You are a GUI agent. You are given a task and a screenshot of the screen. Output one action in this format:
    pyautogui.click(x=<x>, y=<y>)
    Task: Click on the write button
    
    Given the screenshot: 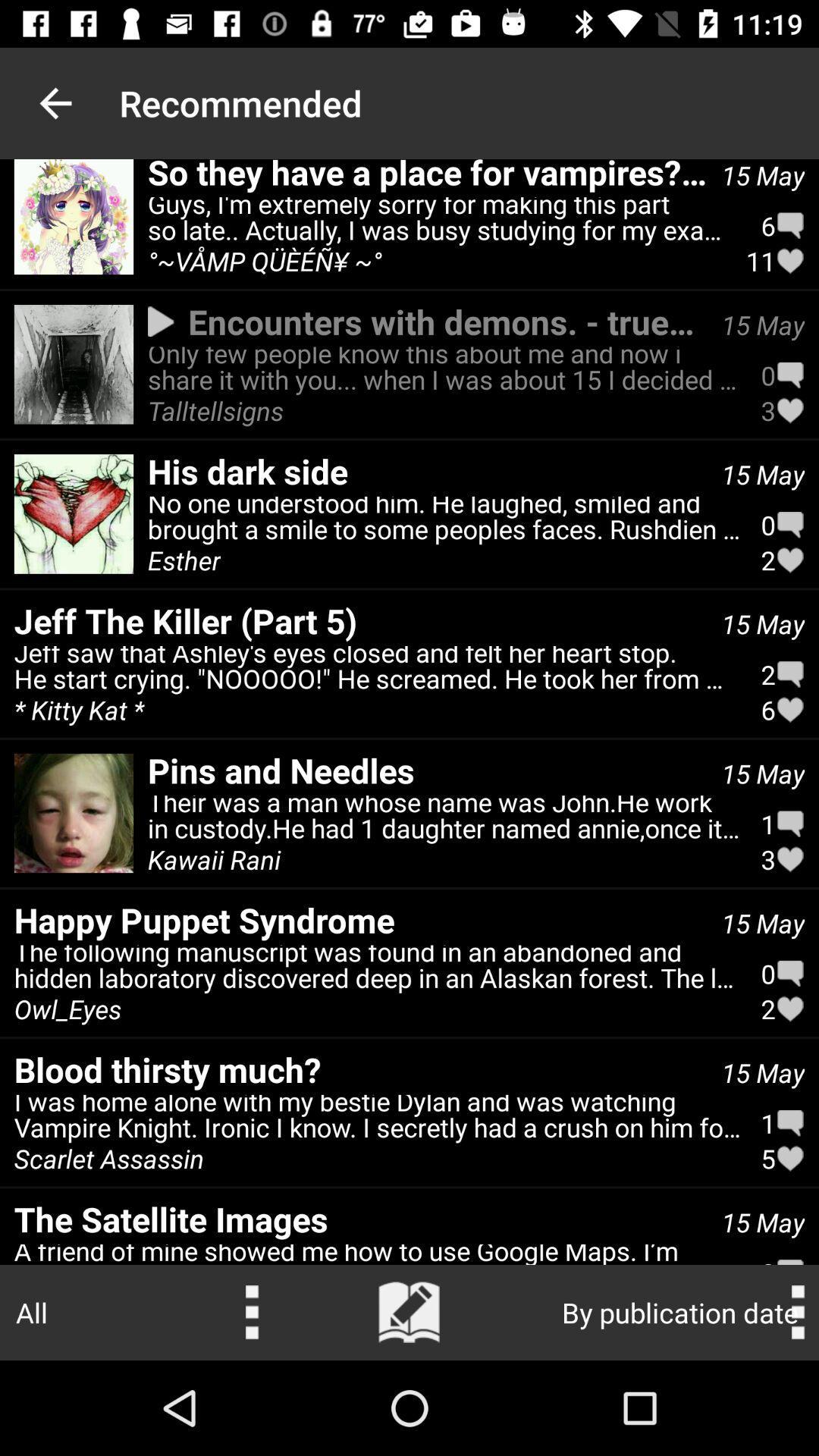 What is the action you would take?
    pyautogui.click(x=409, y=1312)
    